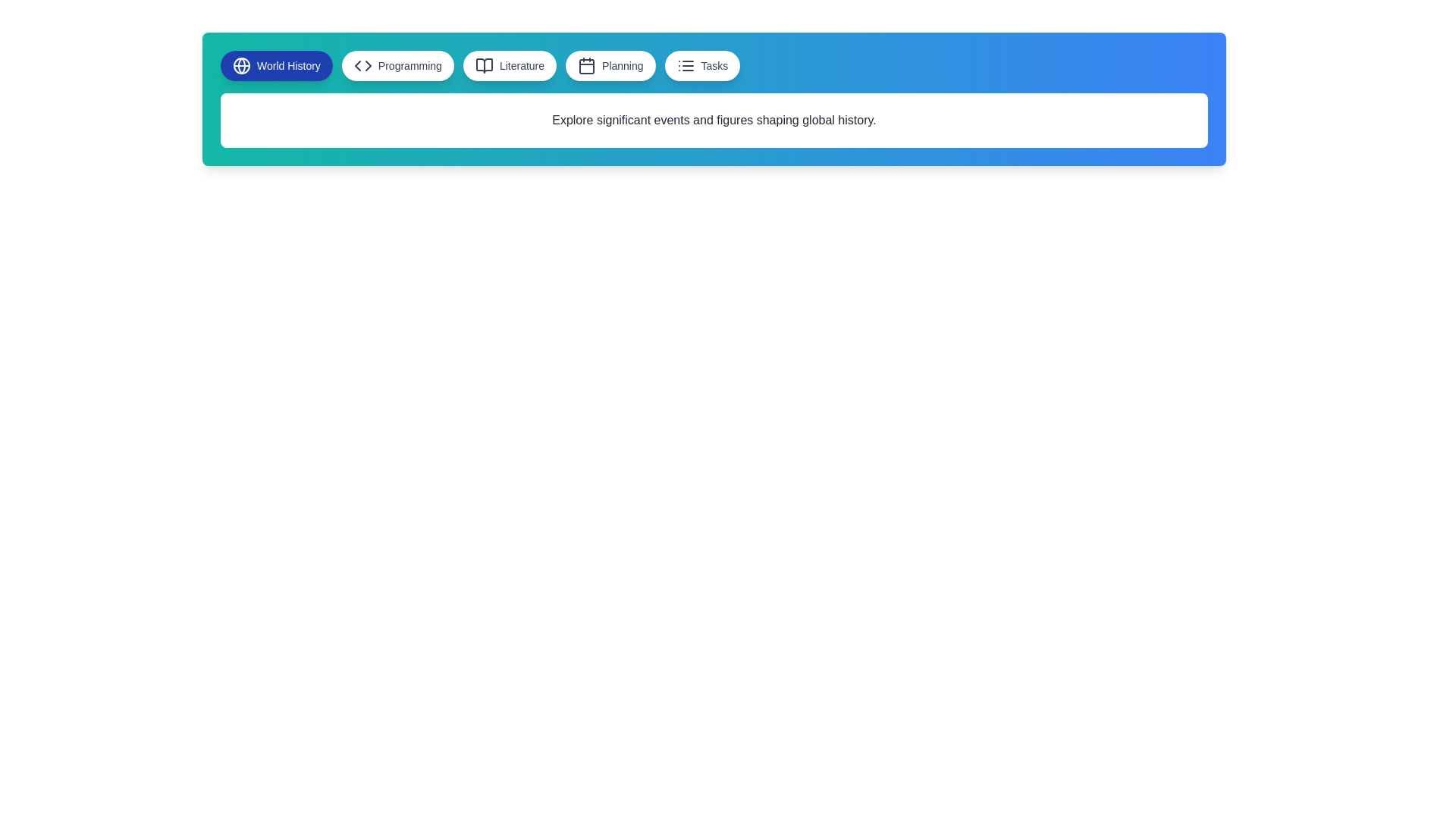 Image resolution: width=1456 pixels, height=819 pixels. What do you see at coordinates (610, 65) in the screenshot?
I see `the button labeled Planning to observe the hover effect` at bounding box center [610, 65].